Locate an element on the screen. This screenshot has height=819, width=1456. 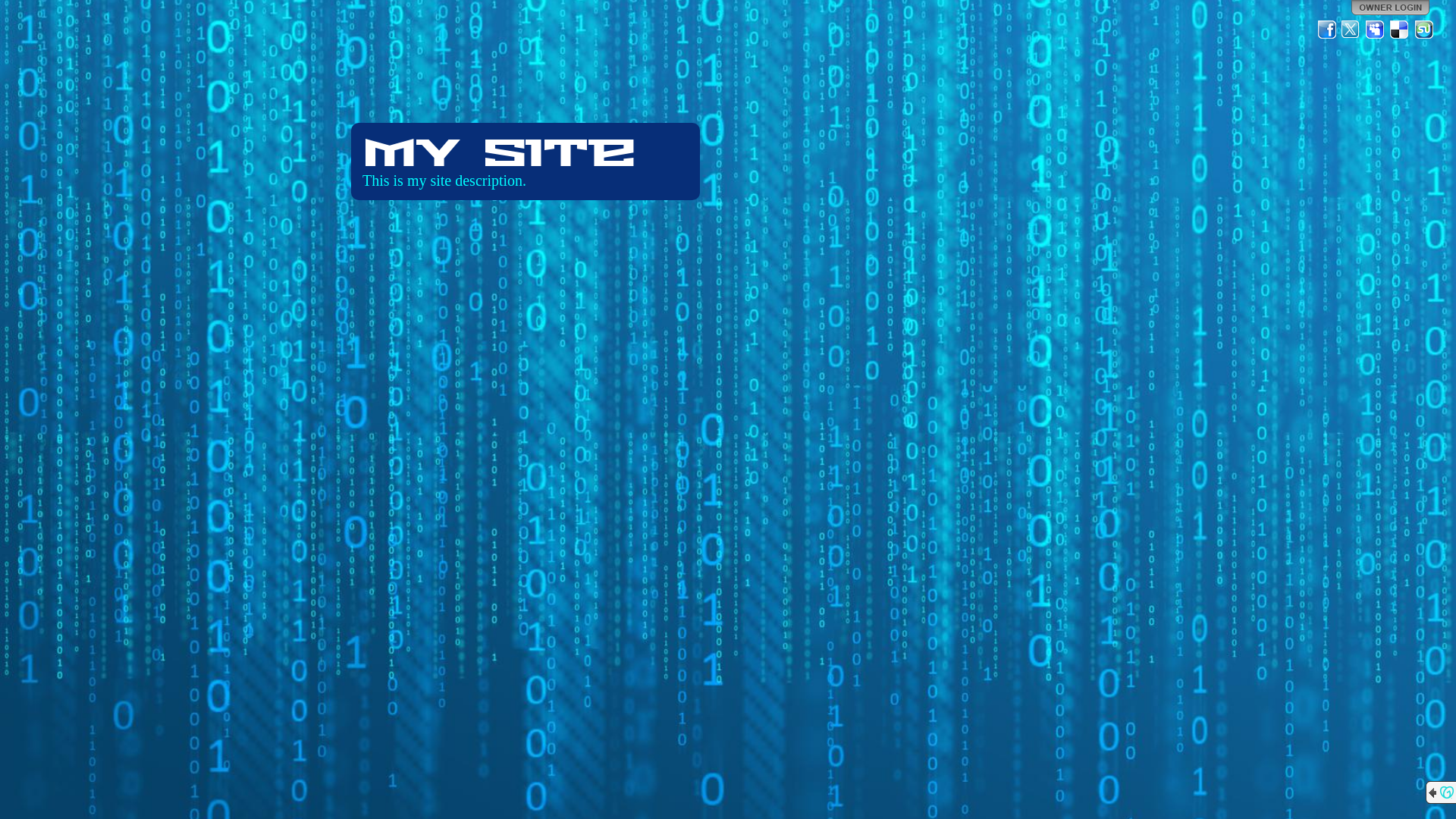
'Del.icio.us' is located at coordinates (1399, 29).